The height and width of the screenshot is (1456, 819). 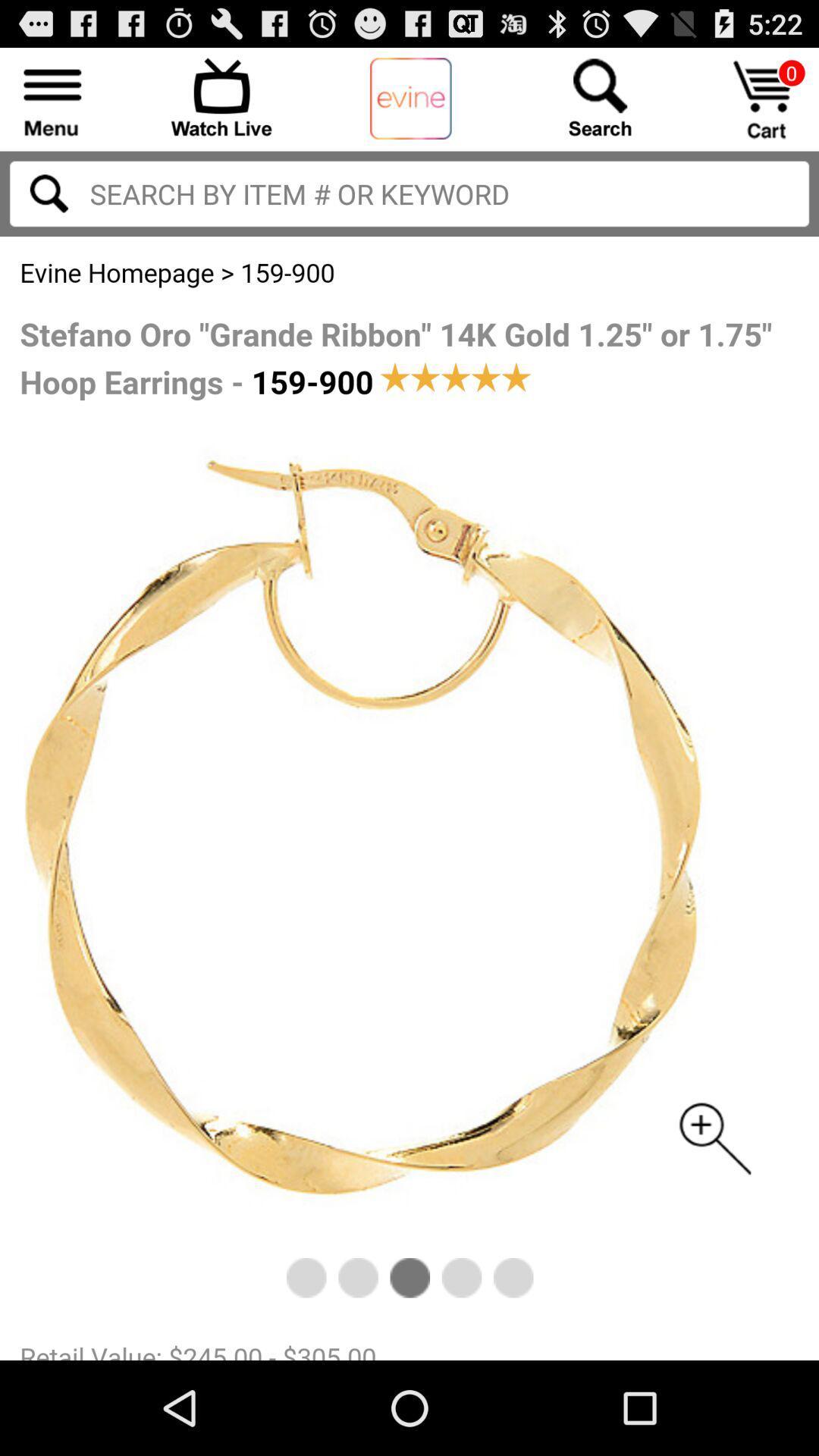 What do you see at coordinates (409, 797) in the screenshot?
I see `show full details of earrings` at bounding box center [409, 797].